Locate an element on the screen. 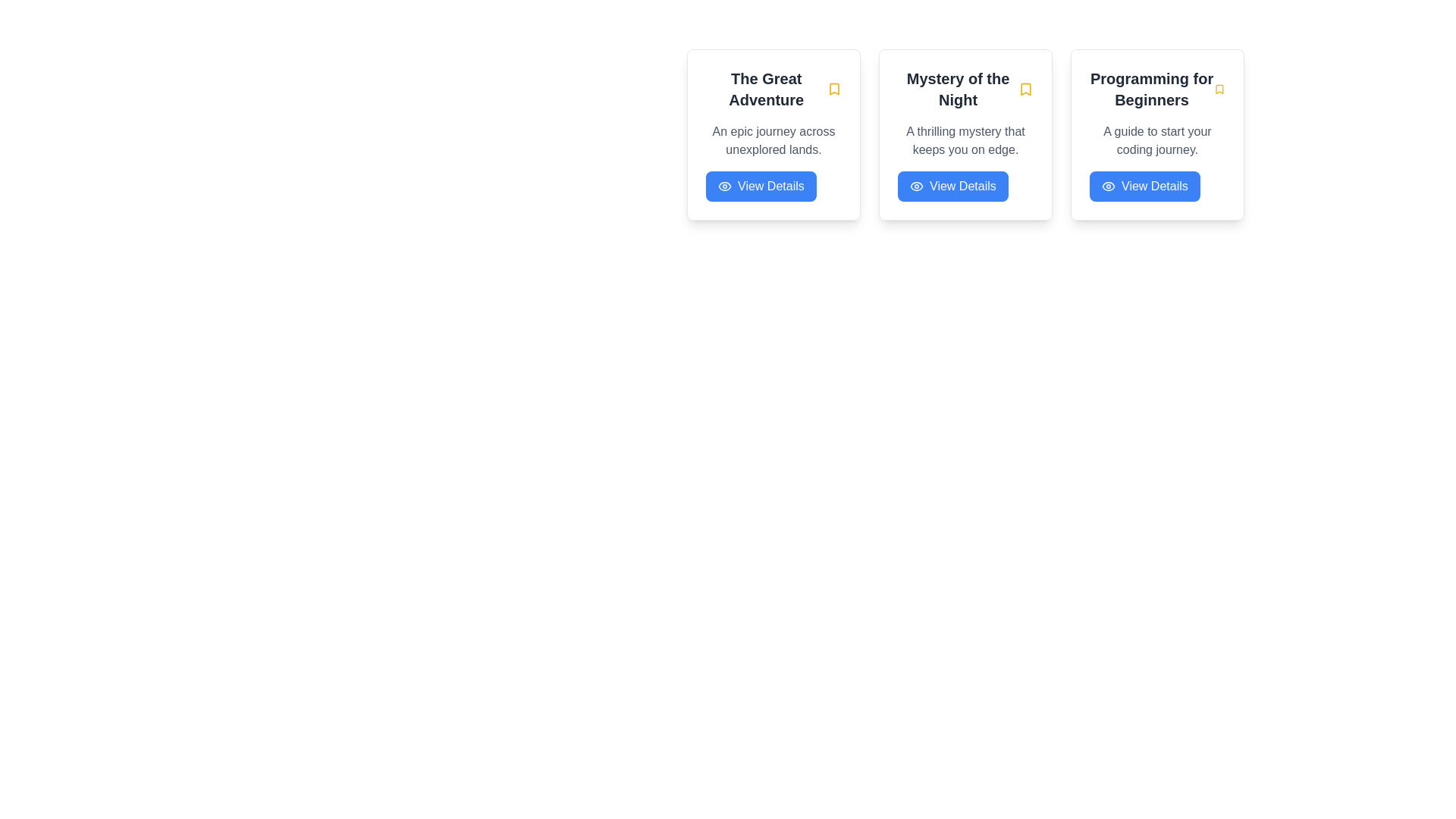 This screenshot has height=819, width=1456. the main title or heading located at the top center of the leftmost card among three horizontally aligned cards is located at coordinates (766, 89).